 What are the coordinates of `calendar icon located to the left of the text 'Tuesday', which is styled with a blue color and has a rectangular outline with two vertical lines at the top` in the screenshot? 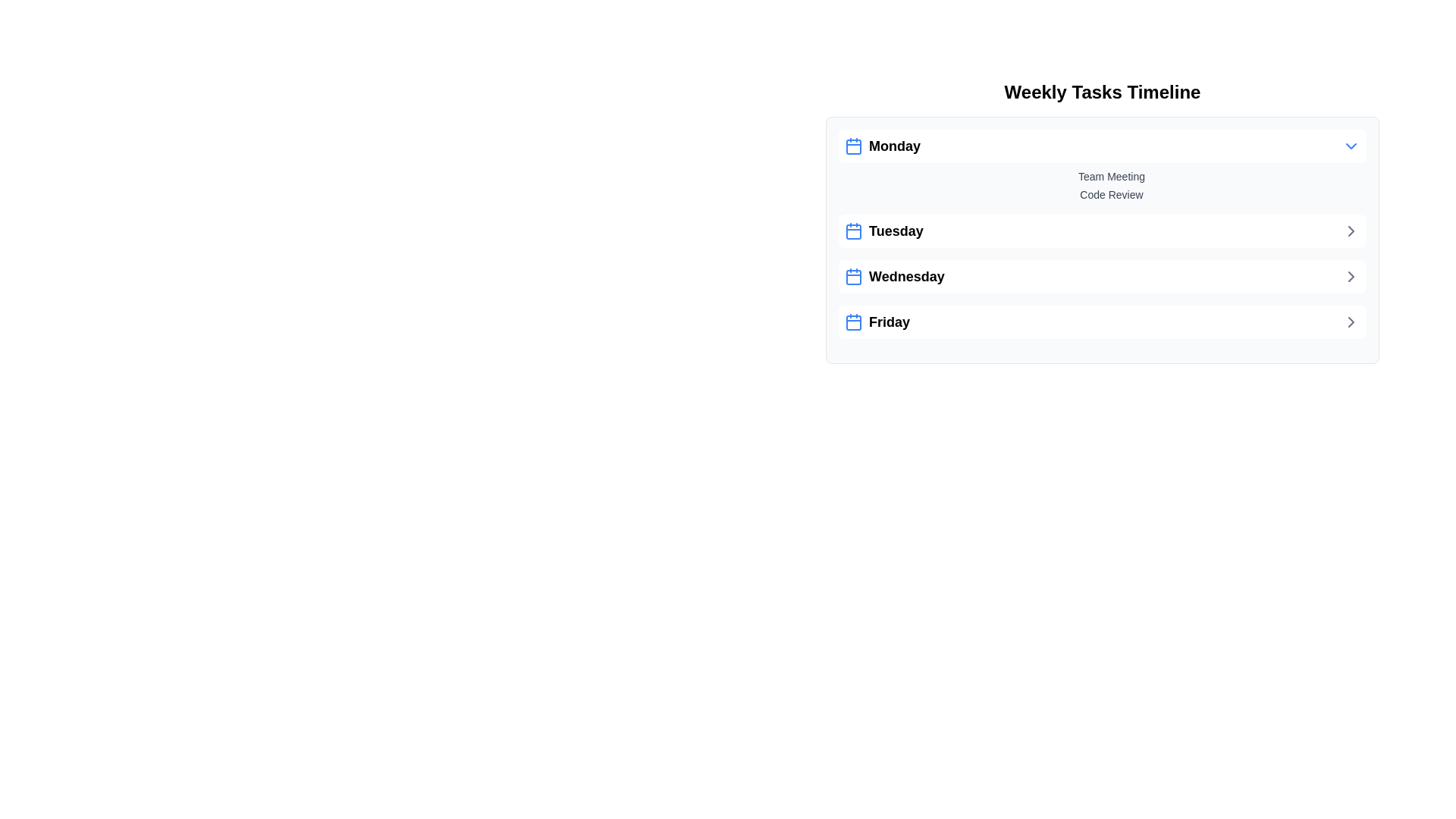 It's located at (854, 231).